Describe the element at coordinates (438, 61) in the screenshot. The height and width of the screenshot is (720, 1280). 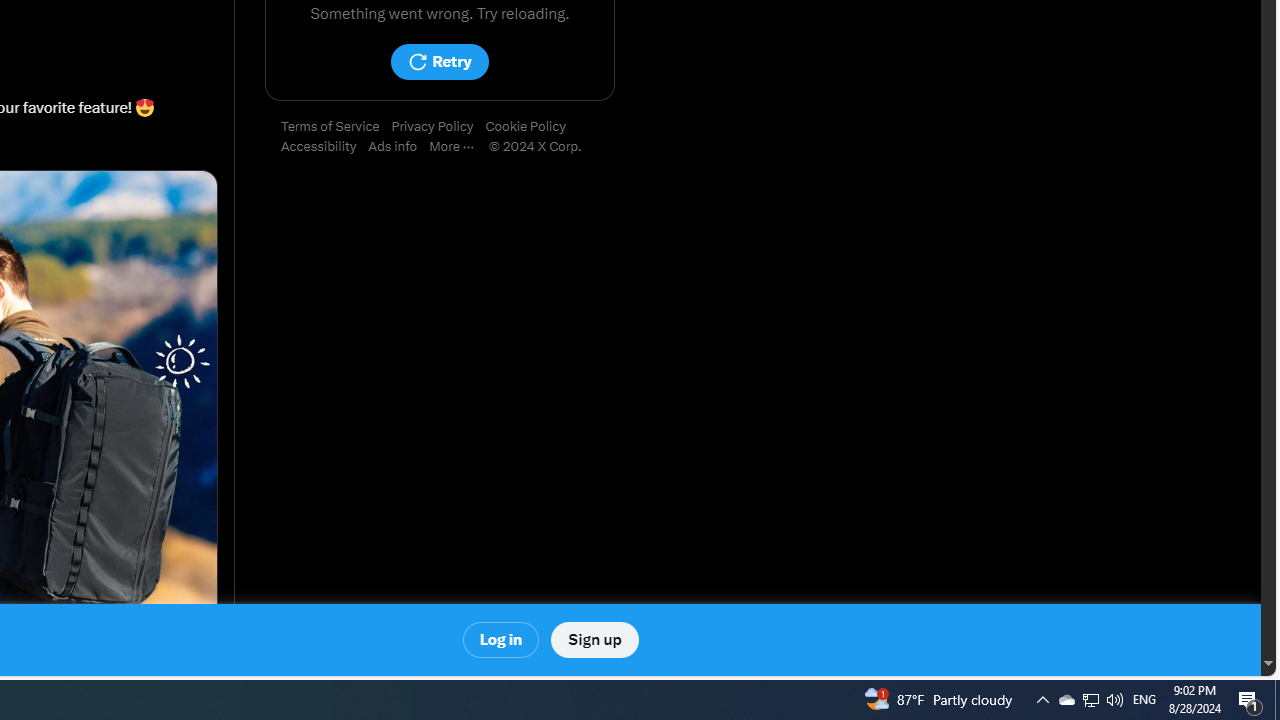
I see `'Retry'` at that location.